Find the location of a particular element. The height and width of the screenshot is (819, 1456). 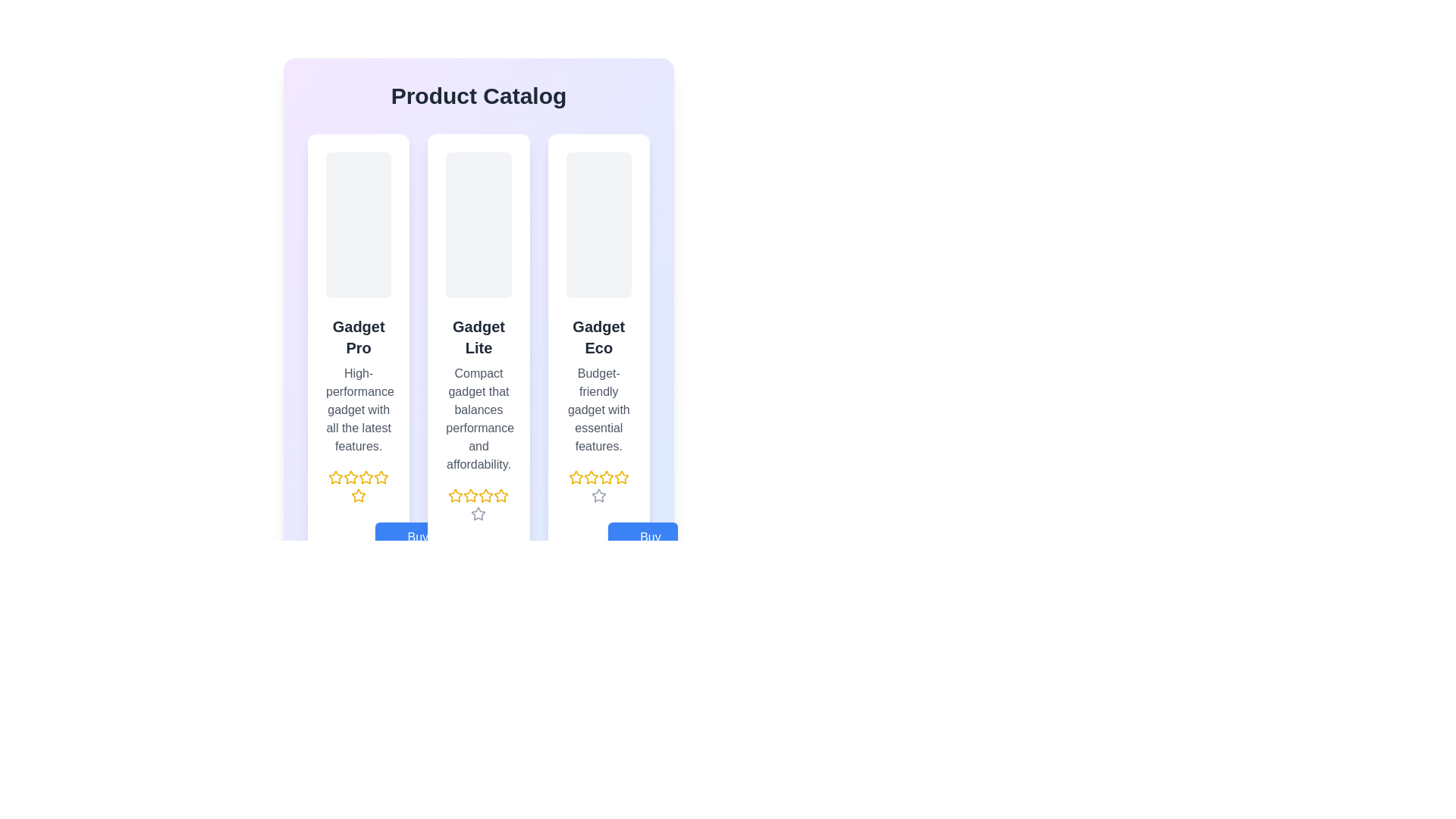

the fifth yellow outlined star icon in the third column labeled 'Gadget Eco' to rate the product is located at coordinates (621, 476).